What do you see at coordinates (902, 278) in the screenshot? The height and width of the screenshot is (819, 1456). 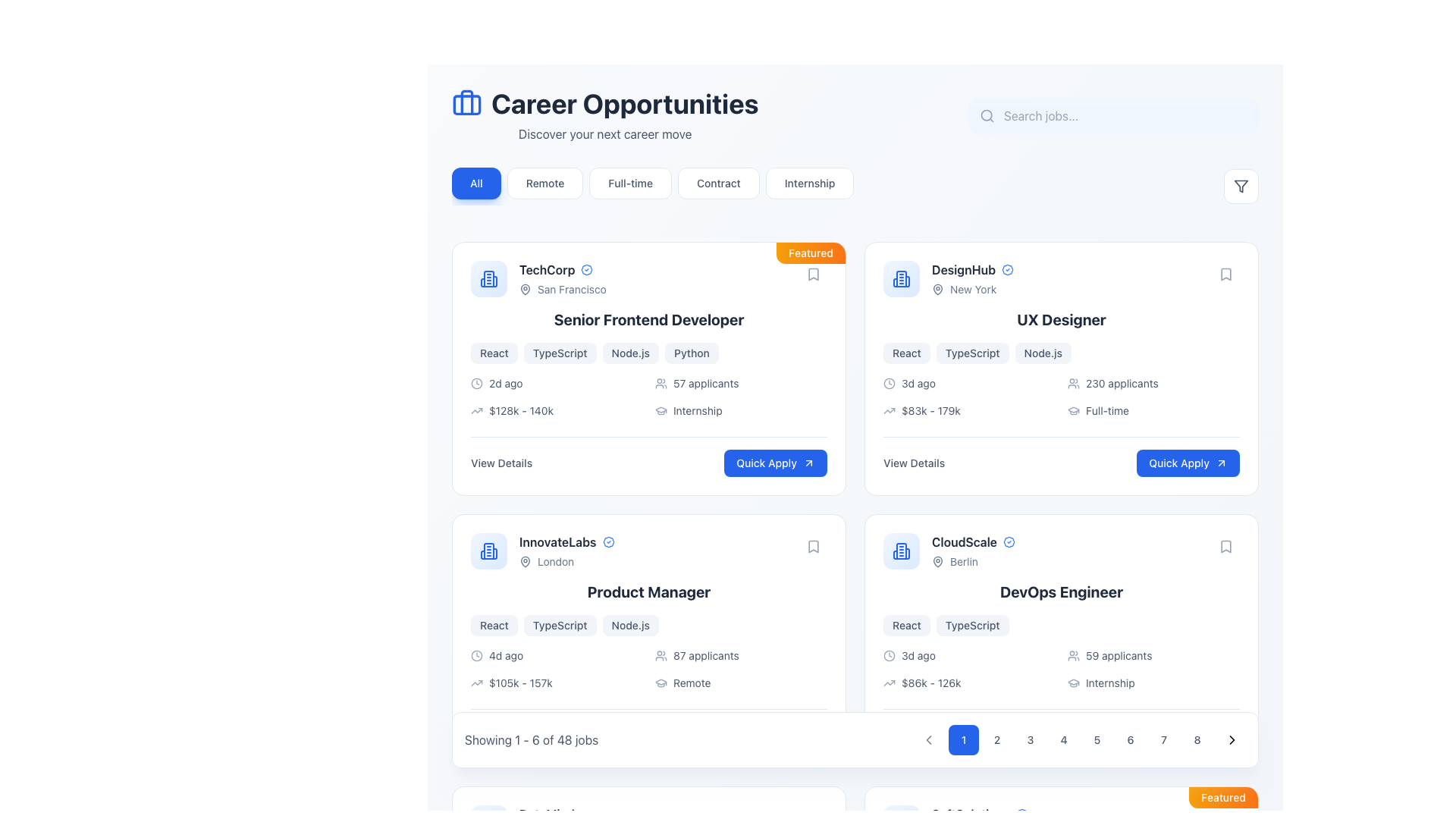 I see `the square-shaped icon with a gradient background and a building symbol representing 'DesignHub' located slightly left of the text 'DesignHub' and above 'New York'` at bounding box center [902, 278].